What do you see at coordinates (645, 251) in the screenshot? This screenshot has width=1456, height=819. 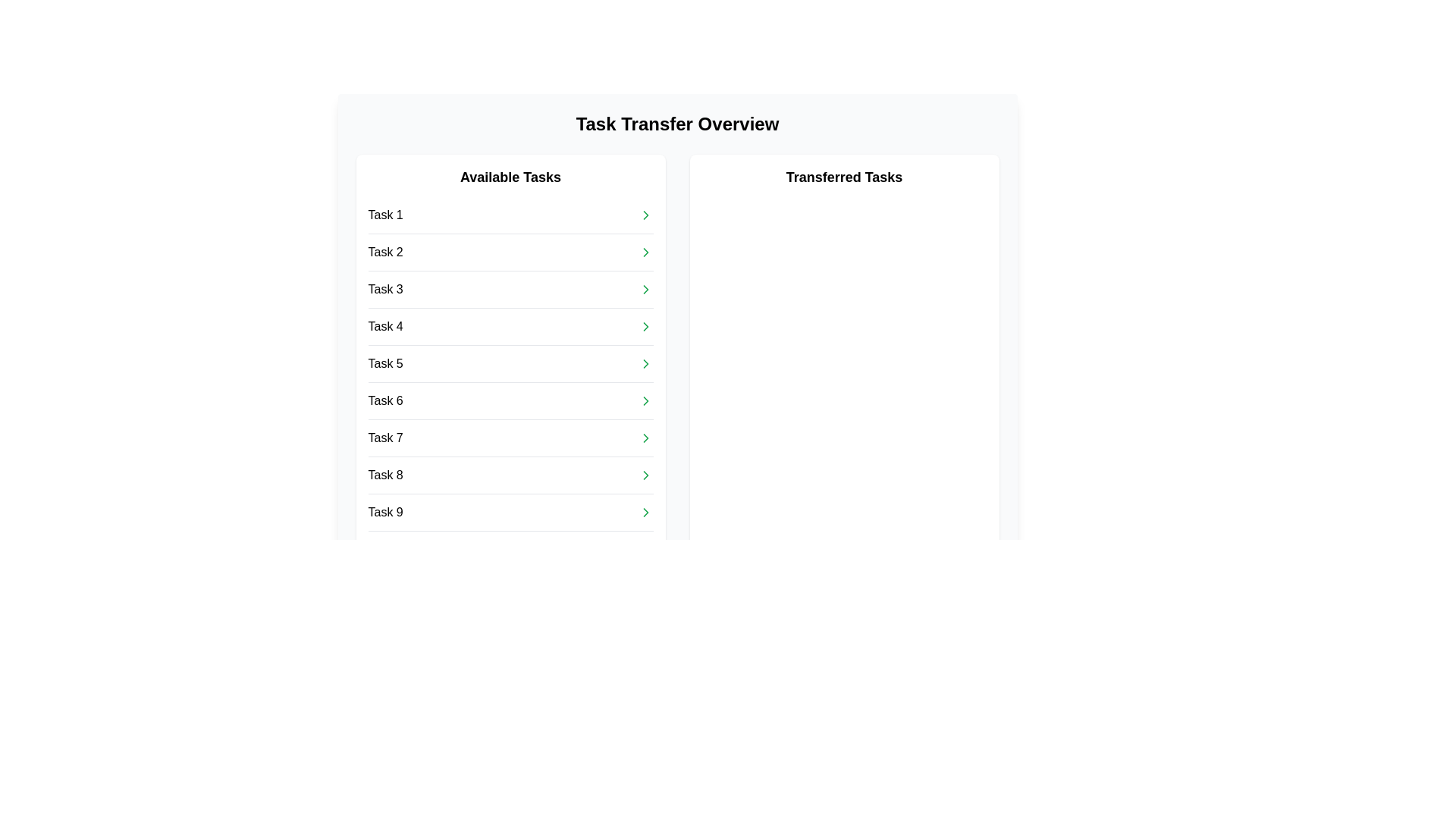 I see `the chevron icon to the right of 'Task 2' in the 'Available Tasks' list` at bounding box center [645, 251].